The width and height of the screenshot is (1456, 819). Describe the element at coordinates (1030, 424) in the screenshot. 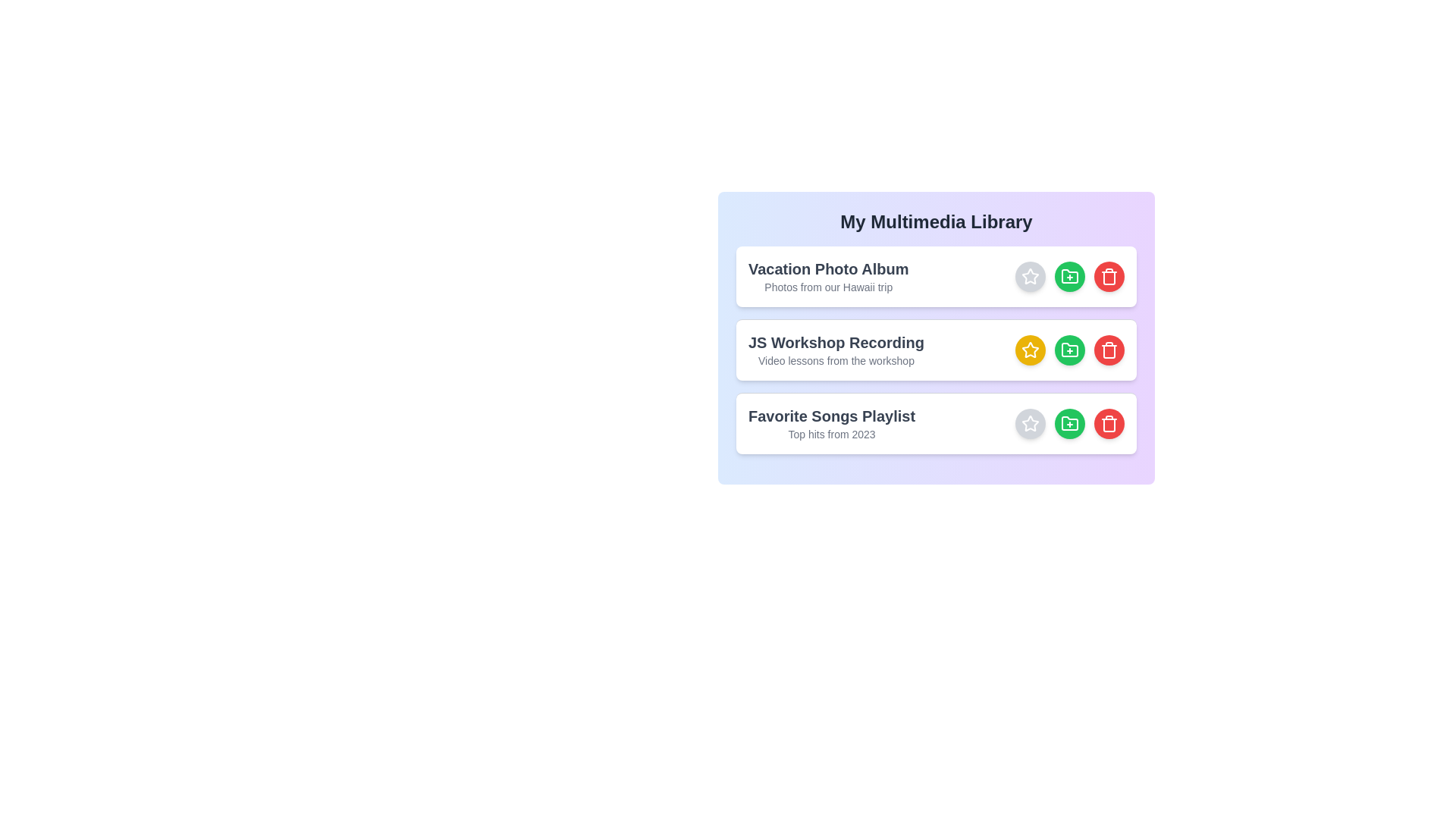

I see `the 'Favorite' button located in the 'Favorite Songs Playlist' section to mark the playlist as favorite` at that location.